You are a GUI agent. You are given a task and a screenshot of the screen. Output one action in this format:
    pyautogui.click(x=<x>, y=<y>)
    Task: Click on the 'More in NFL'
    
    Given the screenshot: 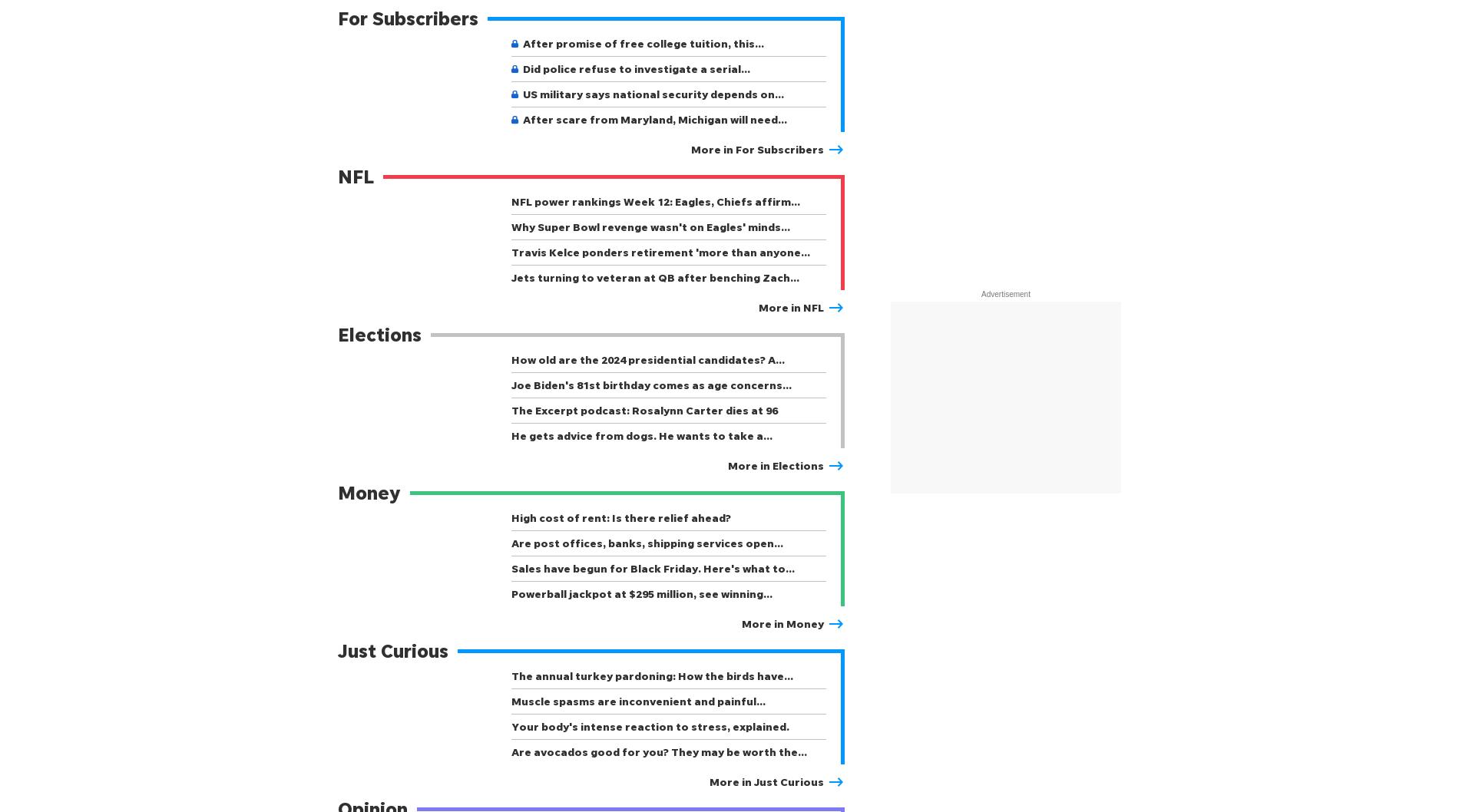 What is the action you would take?
    pyautogui.click(x=759, y=307)
    